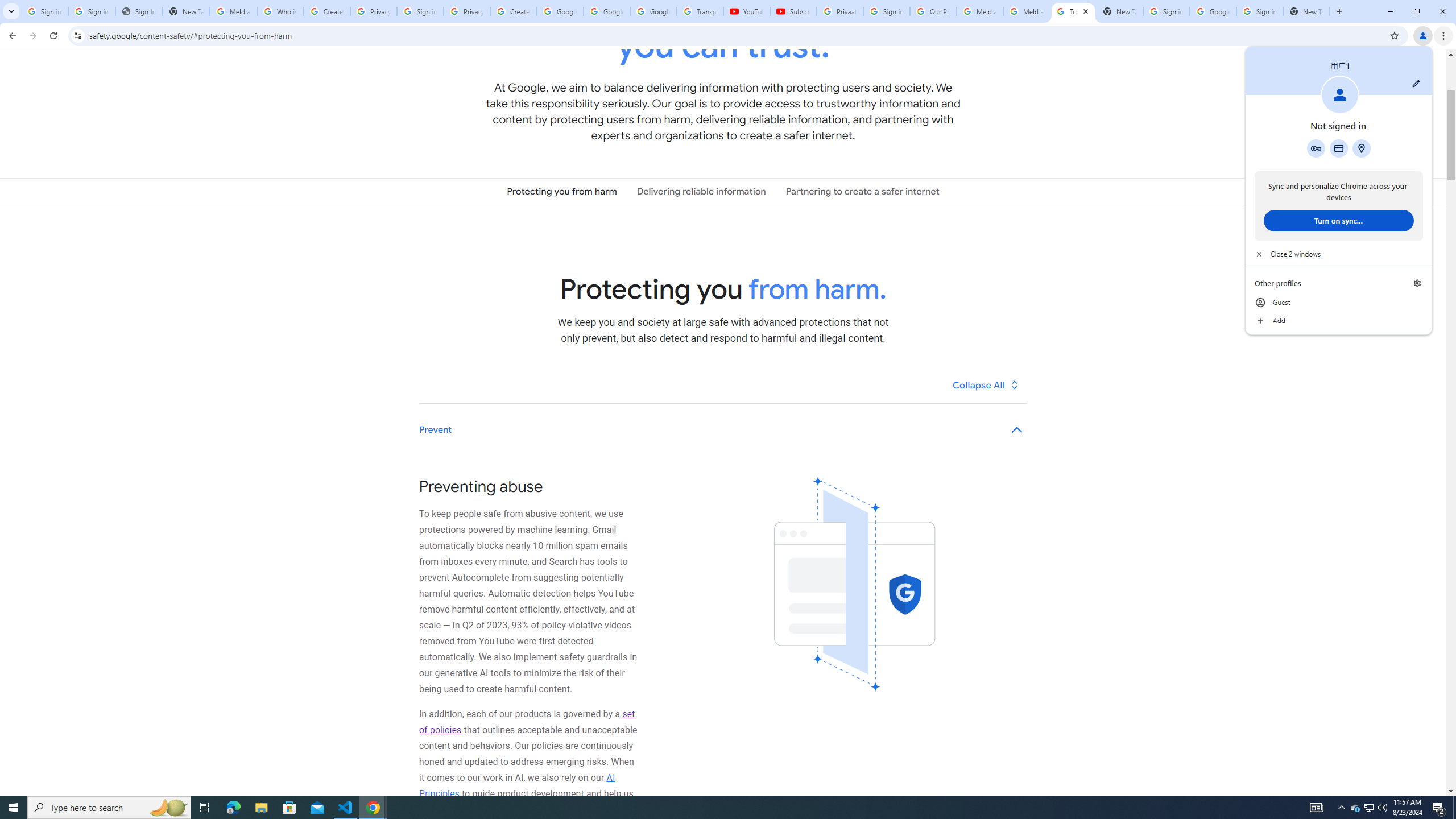  Describe the element at coordinates (1213, 11) in the screenshot. I see `'Google Cybersecurity Innovations - Google Safety Center'` at that location.